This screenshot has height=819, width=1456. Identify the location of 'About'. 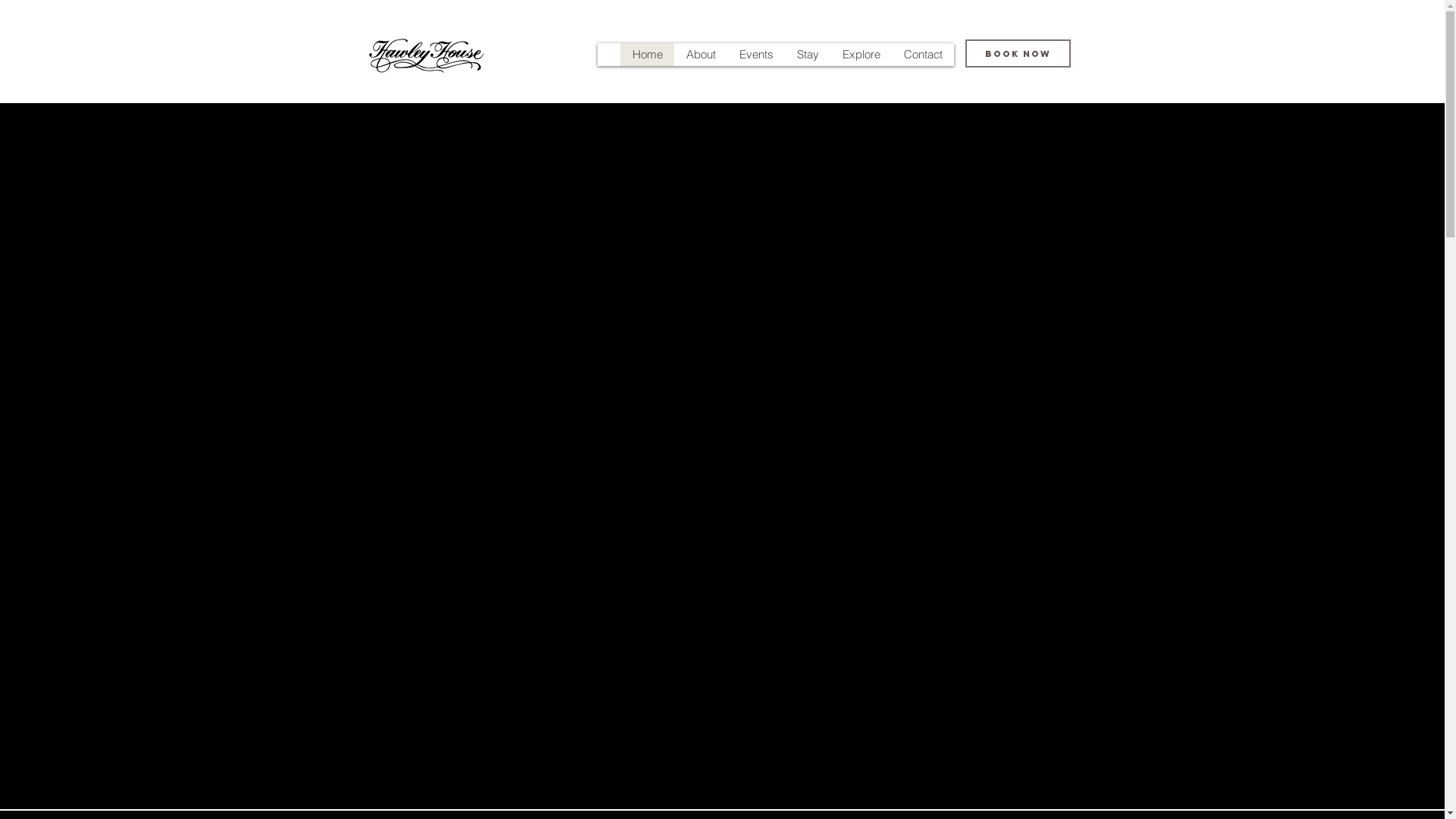
(698, 54).